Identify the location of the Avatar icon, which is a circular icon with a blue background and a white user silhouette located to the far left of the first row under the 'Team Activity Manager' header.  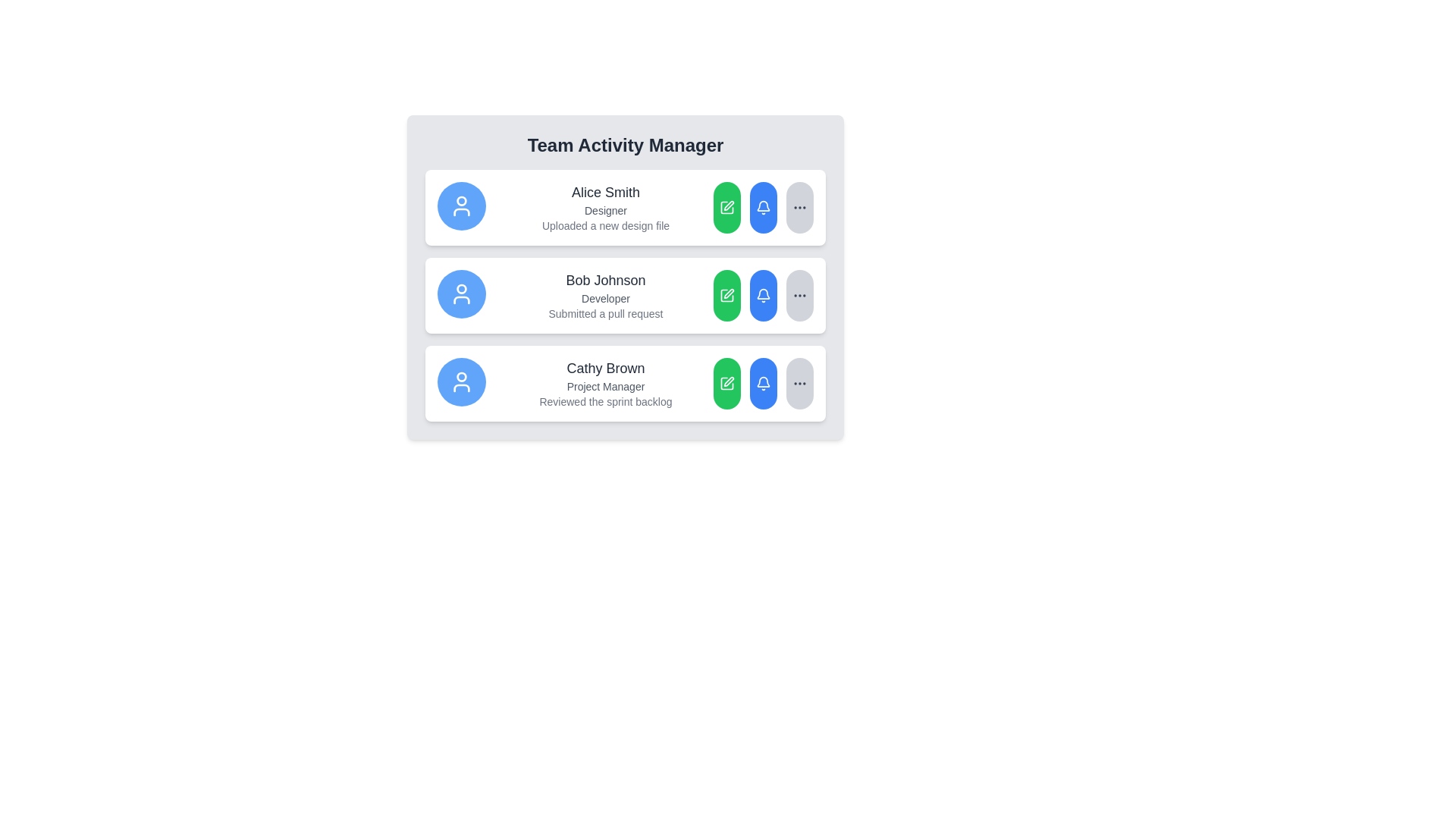
(461, 206).